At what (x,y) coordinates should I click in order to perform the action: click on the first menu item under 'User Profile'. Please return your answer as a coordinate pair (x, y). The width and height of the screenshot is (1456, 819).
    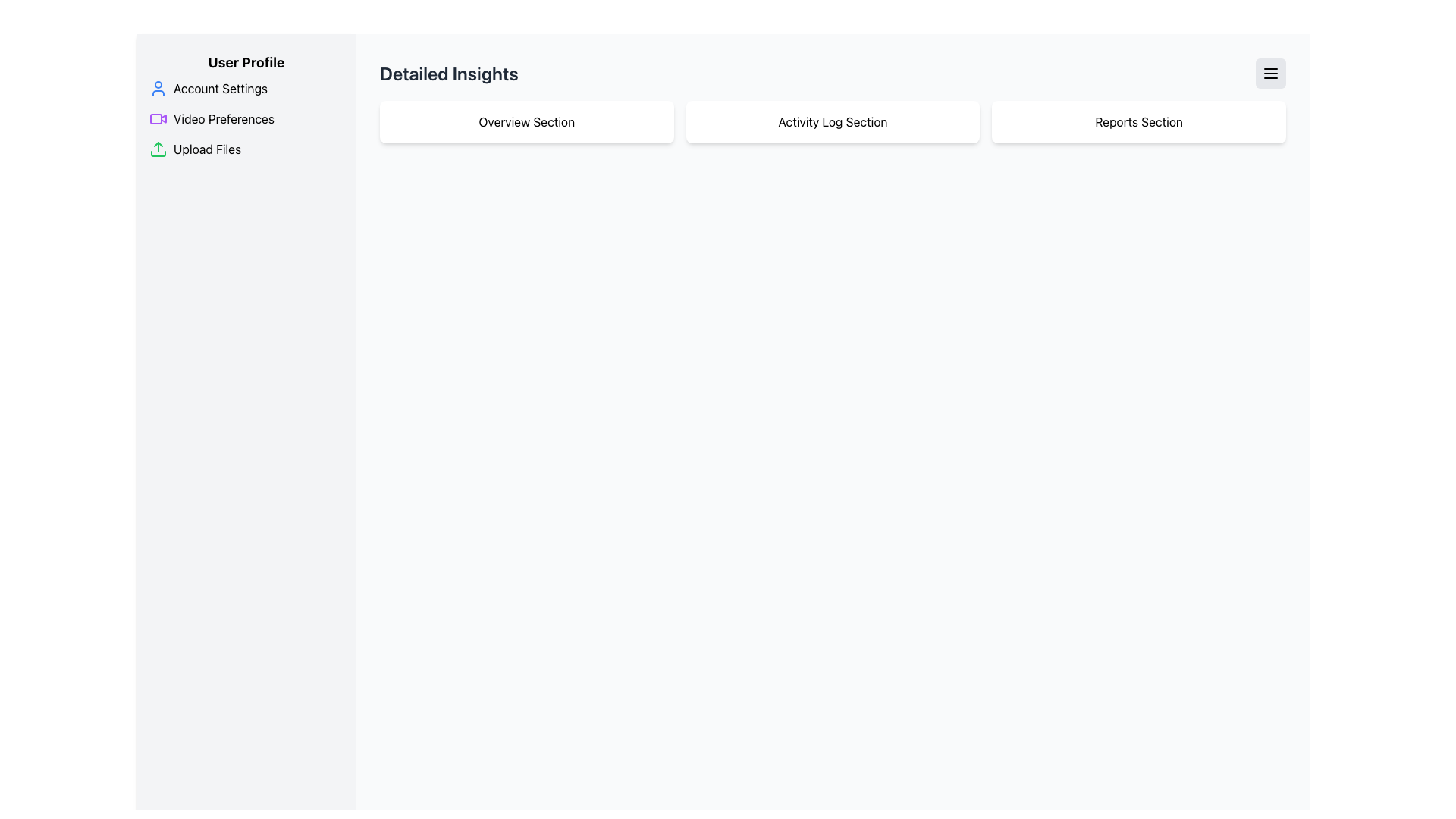
    Looking at the image, I should click on (246, 88).